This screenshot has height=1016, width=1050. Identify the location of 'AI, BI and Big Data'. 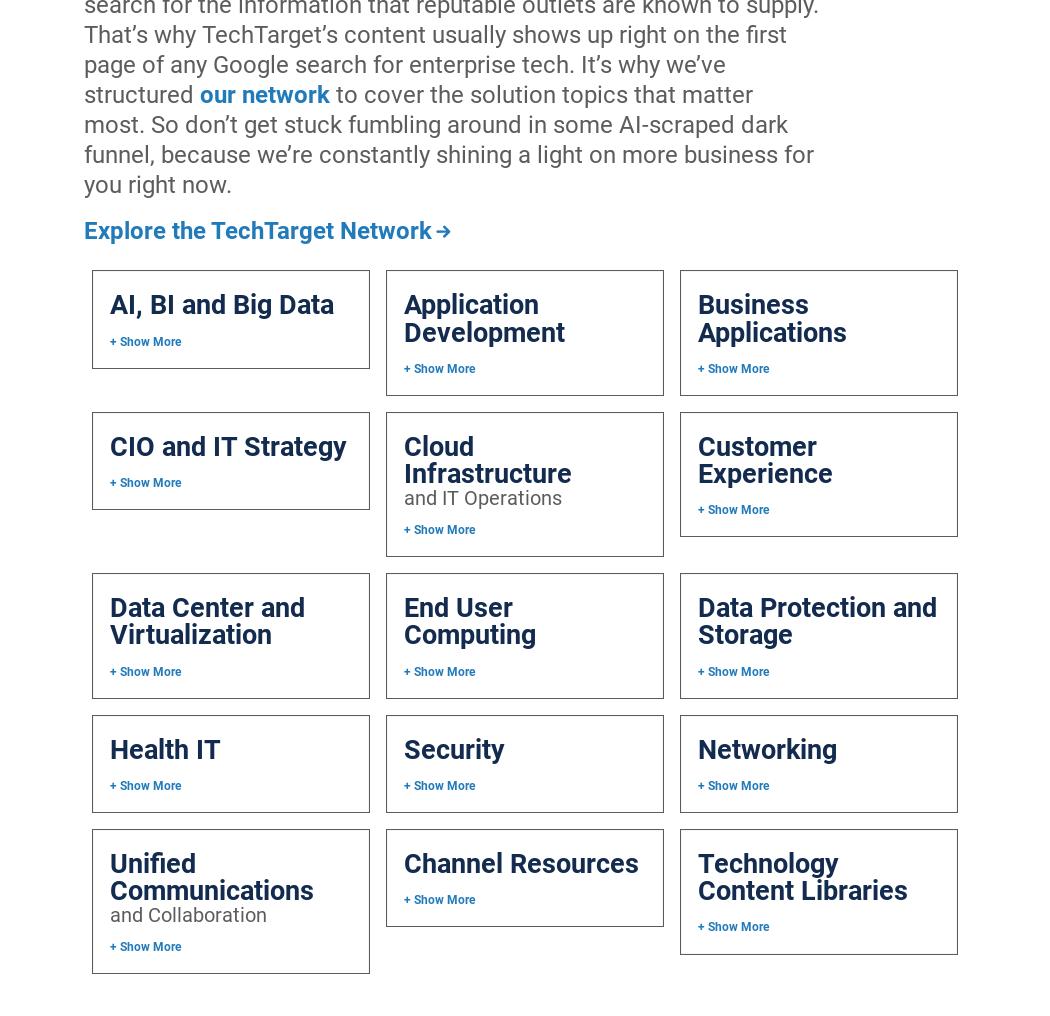
(220, 304).